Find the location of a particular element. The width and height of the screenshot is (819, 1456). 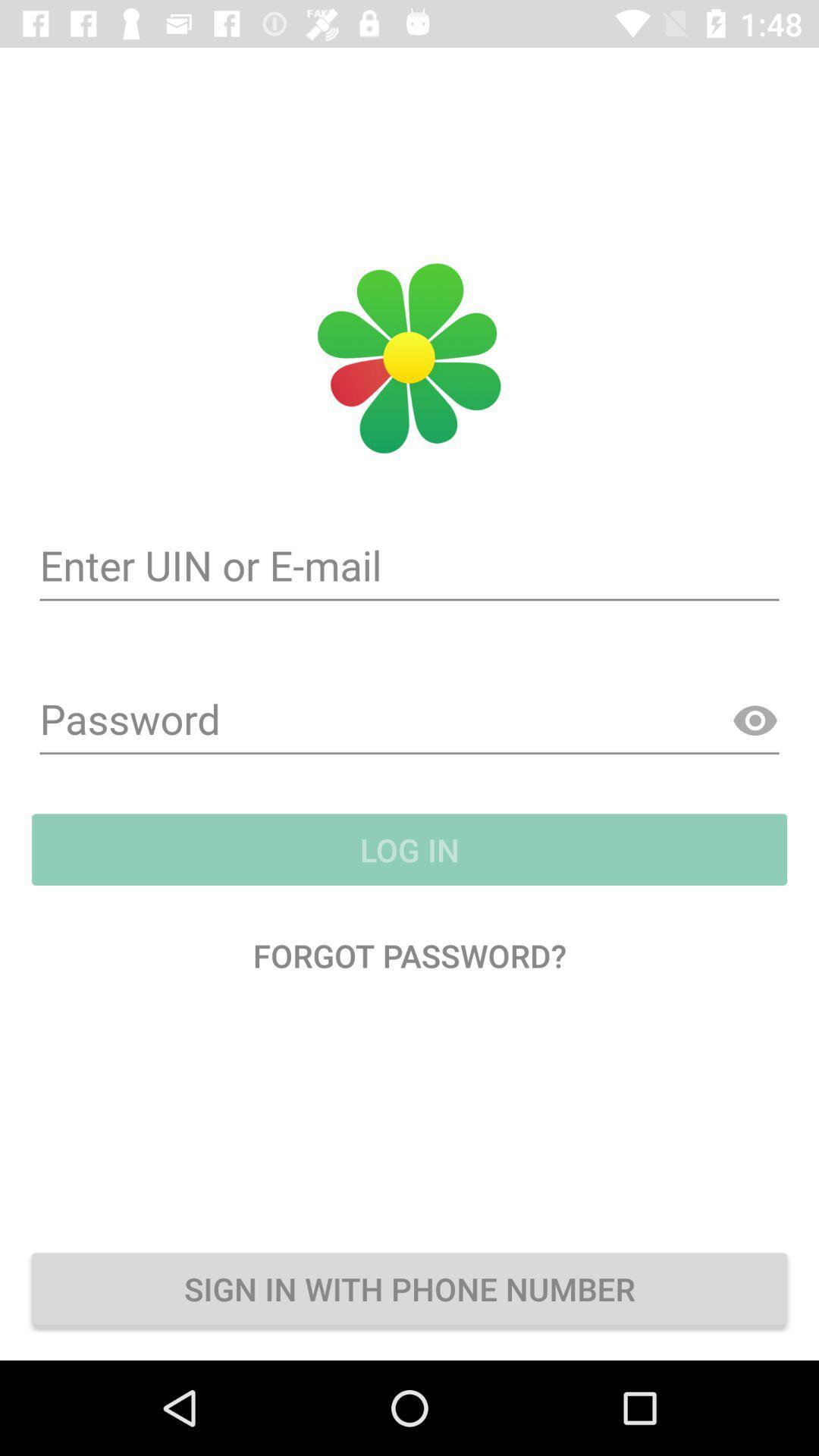

item above the forgot password? item is located at coordinates (409, 849).